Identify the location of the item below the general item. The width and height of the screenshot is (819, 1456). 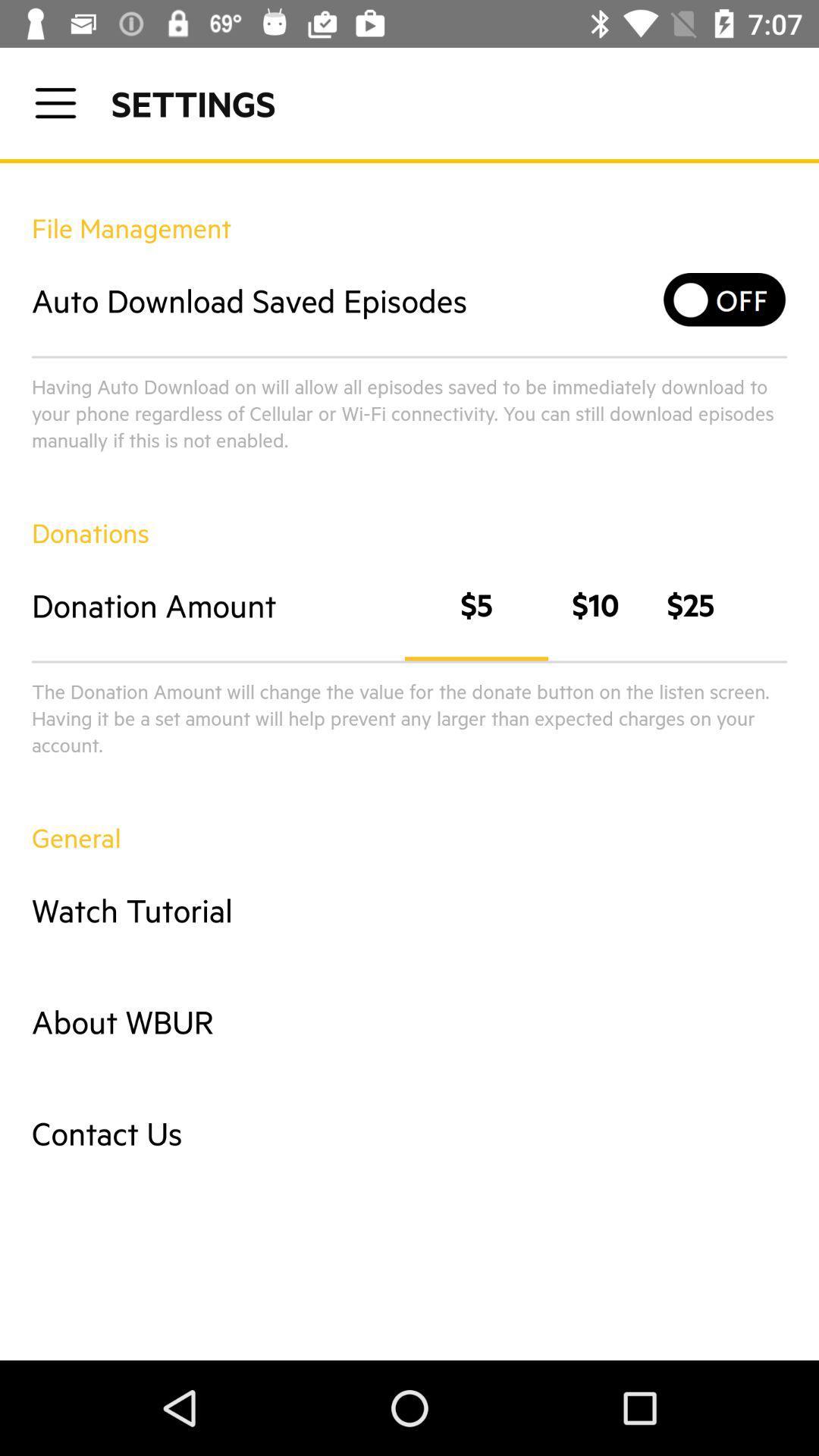
(409, 910).